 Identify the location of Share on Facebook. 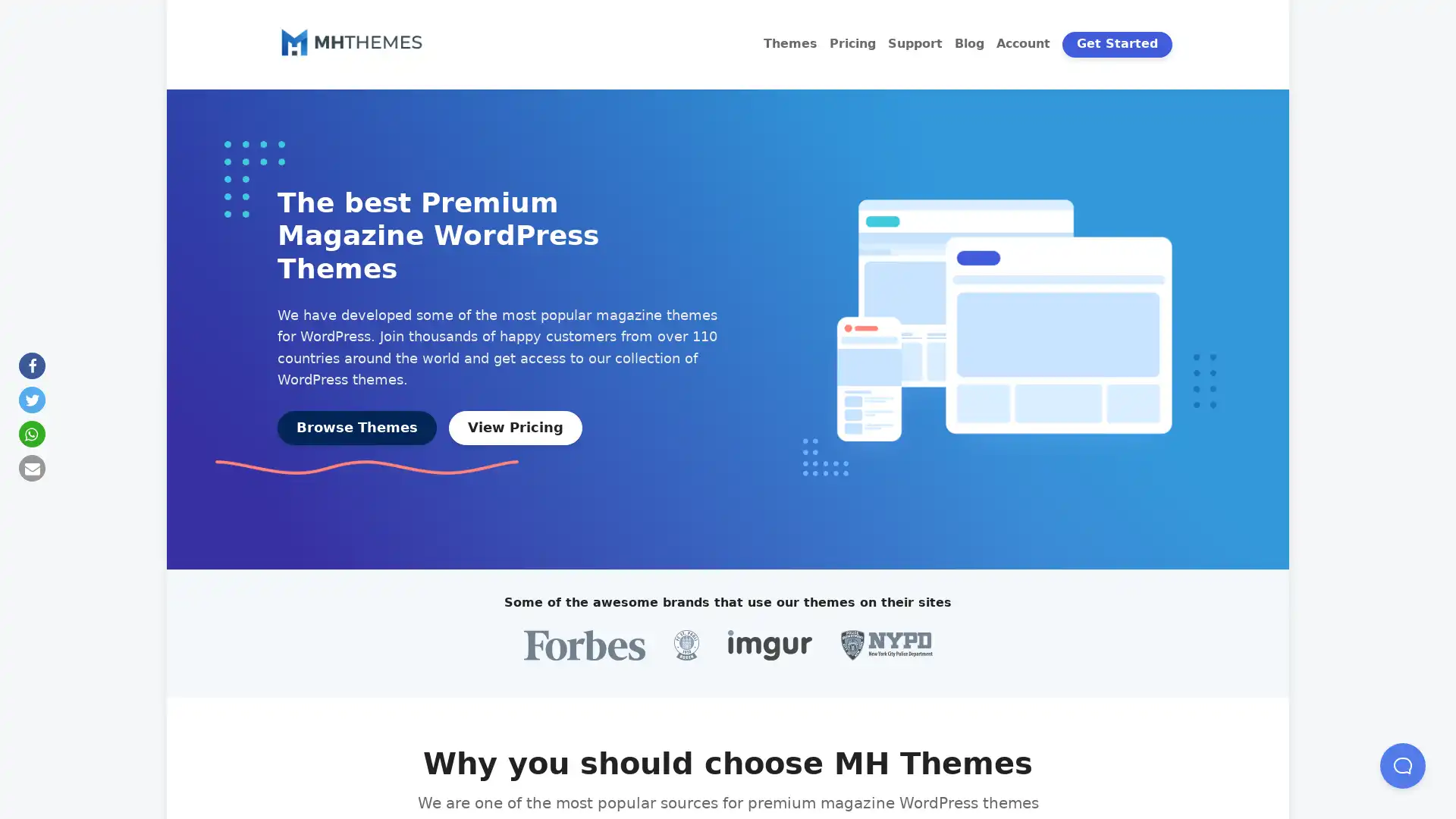
(32, 366).